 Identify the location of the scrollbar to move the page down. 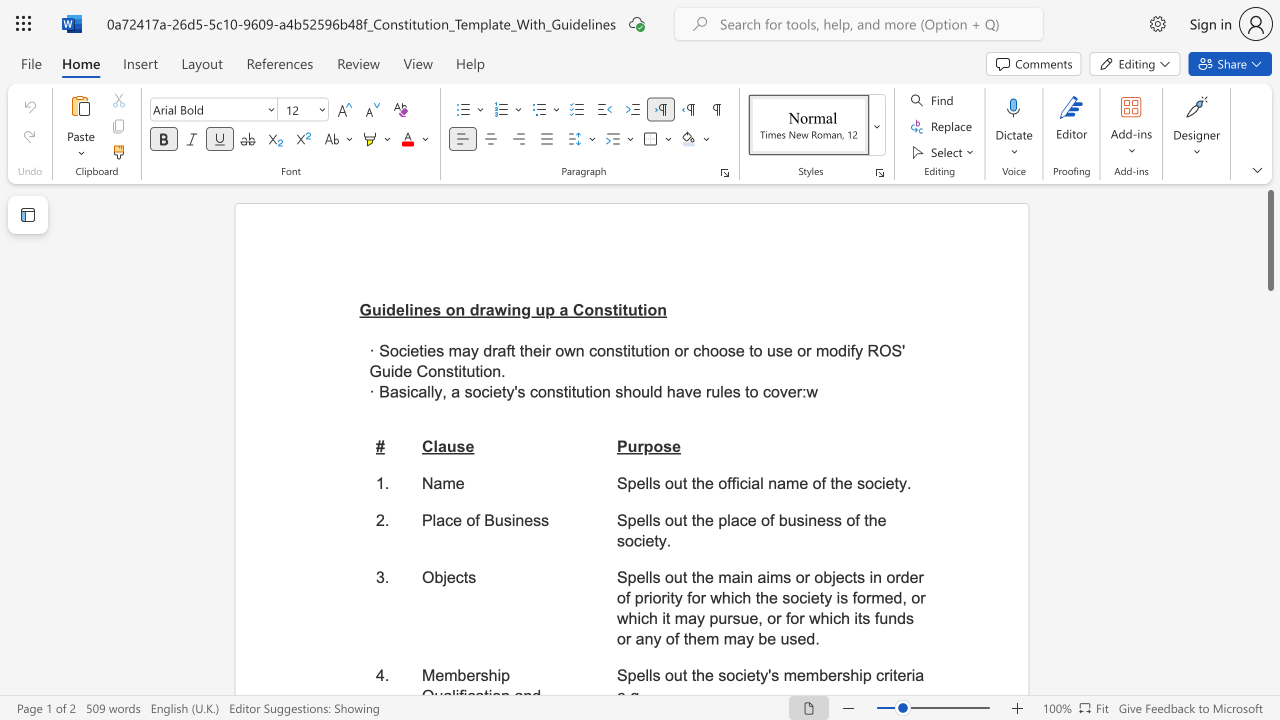
(1269, 550).